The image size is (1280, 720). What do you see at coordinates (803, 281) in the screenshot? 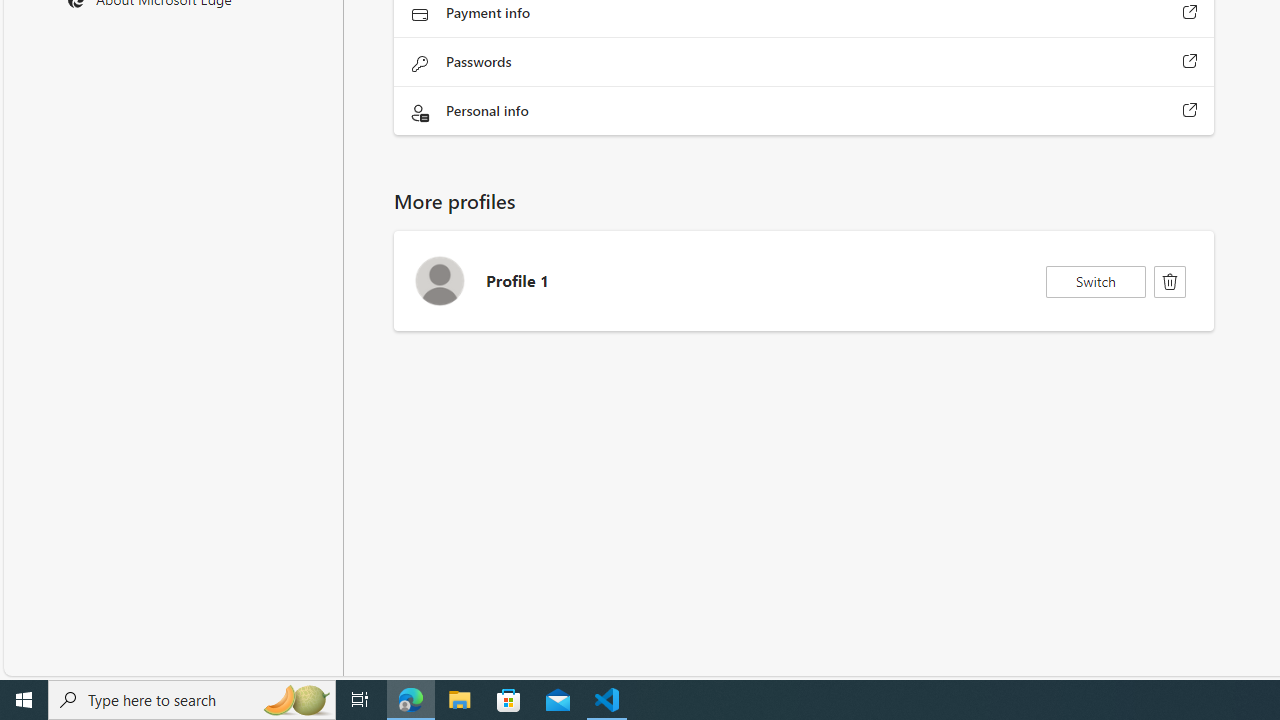
I see `'Profile 1'` at bounding box center [803, 281].